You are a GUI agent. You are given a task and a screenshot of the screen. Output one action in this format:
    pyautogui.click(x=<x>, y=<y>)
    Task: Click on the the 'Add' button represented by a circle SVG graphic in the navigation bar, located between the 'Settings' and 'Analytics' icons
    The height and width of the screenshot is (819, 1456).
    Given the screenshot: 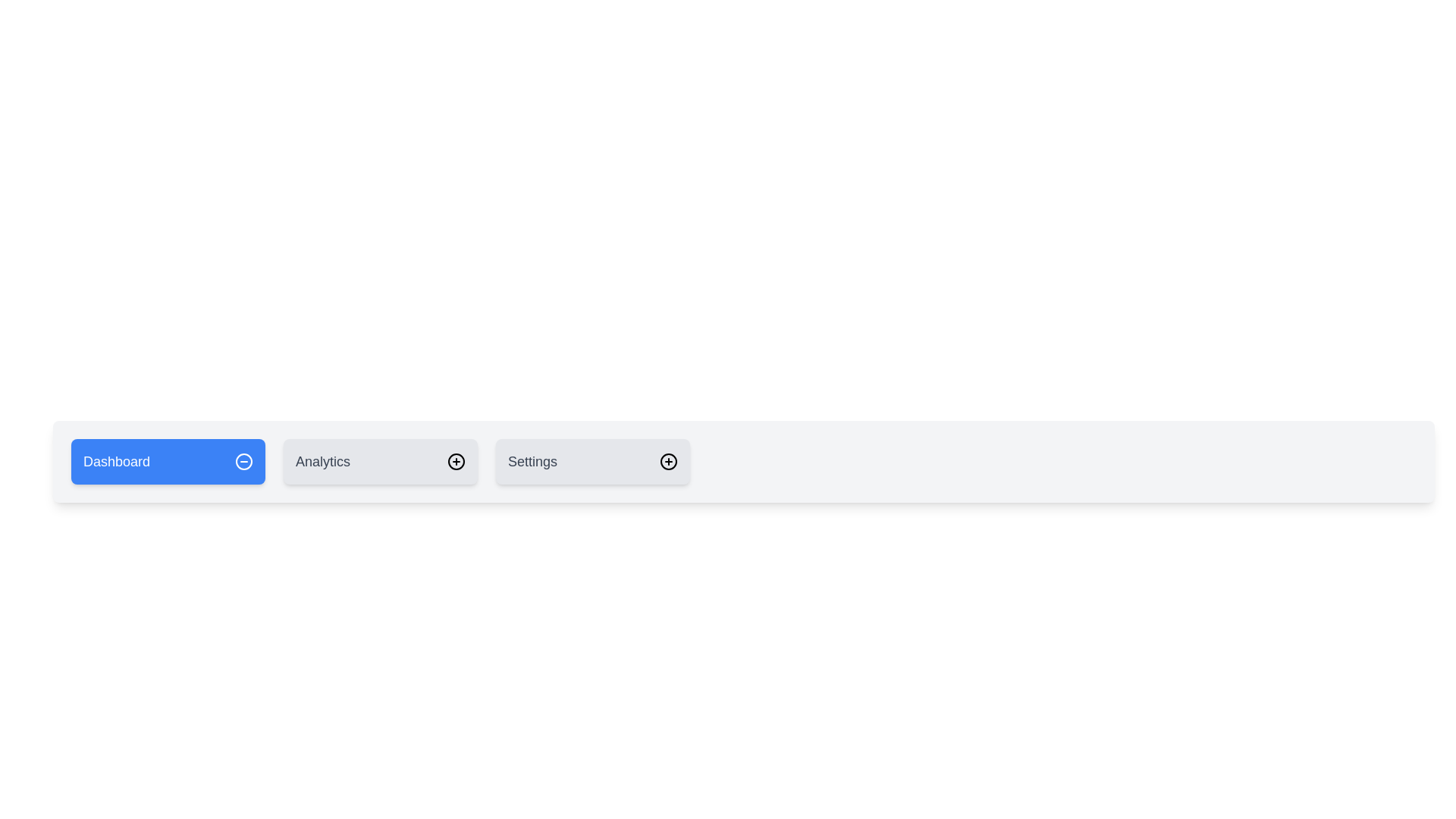 What is the action you would take?
    pyautogui.click(x=455, y=461)
    